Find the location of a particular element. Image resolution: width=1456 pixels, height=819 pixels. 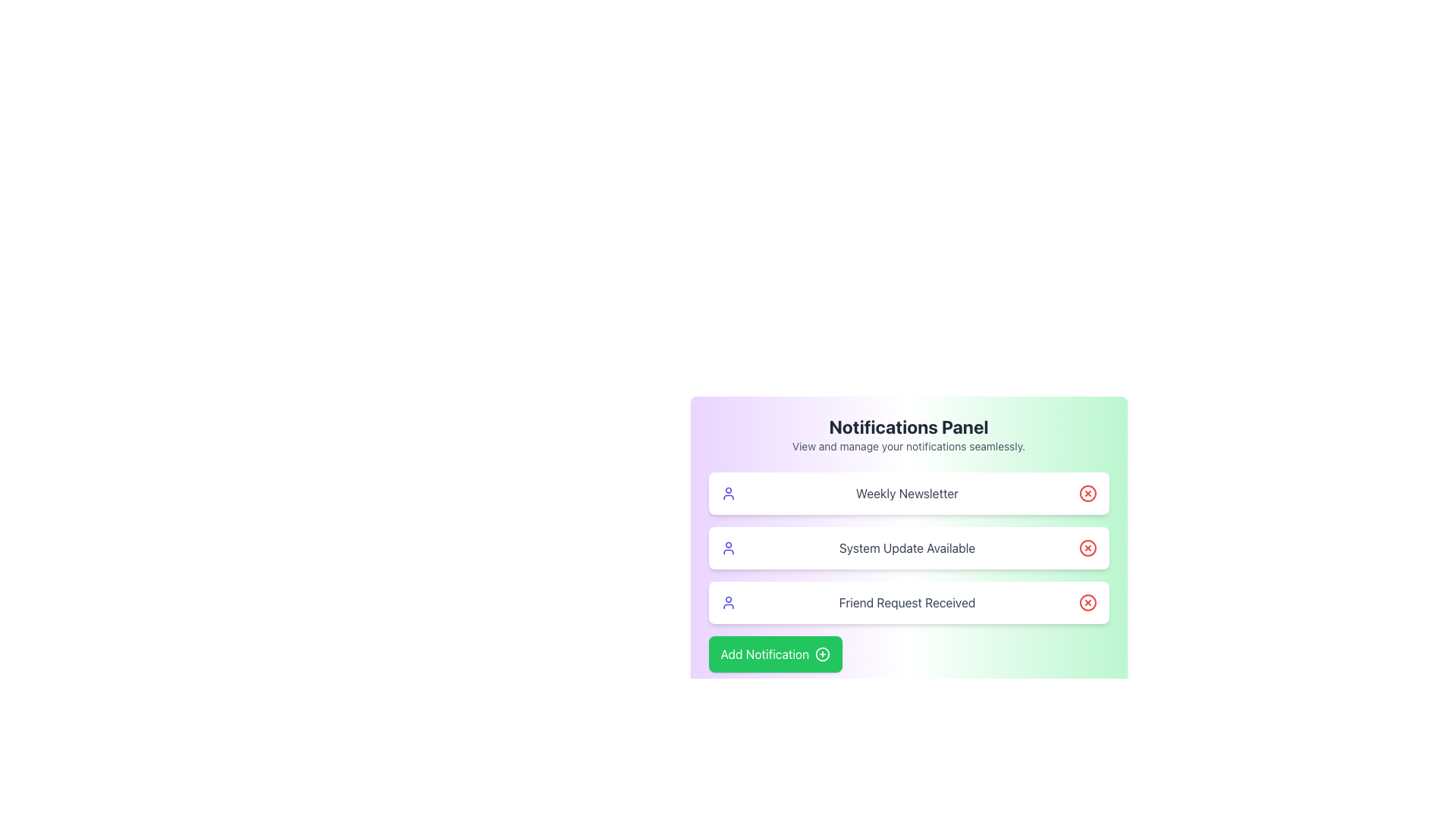

the static text that reads 'View and manage your notifications seamlessly.' located under the 'Notifications Panel' title is located at coordinates (908, 446).